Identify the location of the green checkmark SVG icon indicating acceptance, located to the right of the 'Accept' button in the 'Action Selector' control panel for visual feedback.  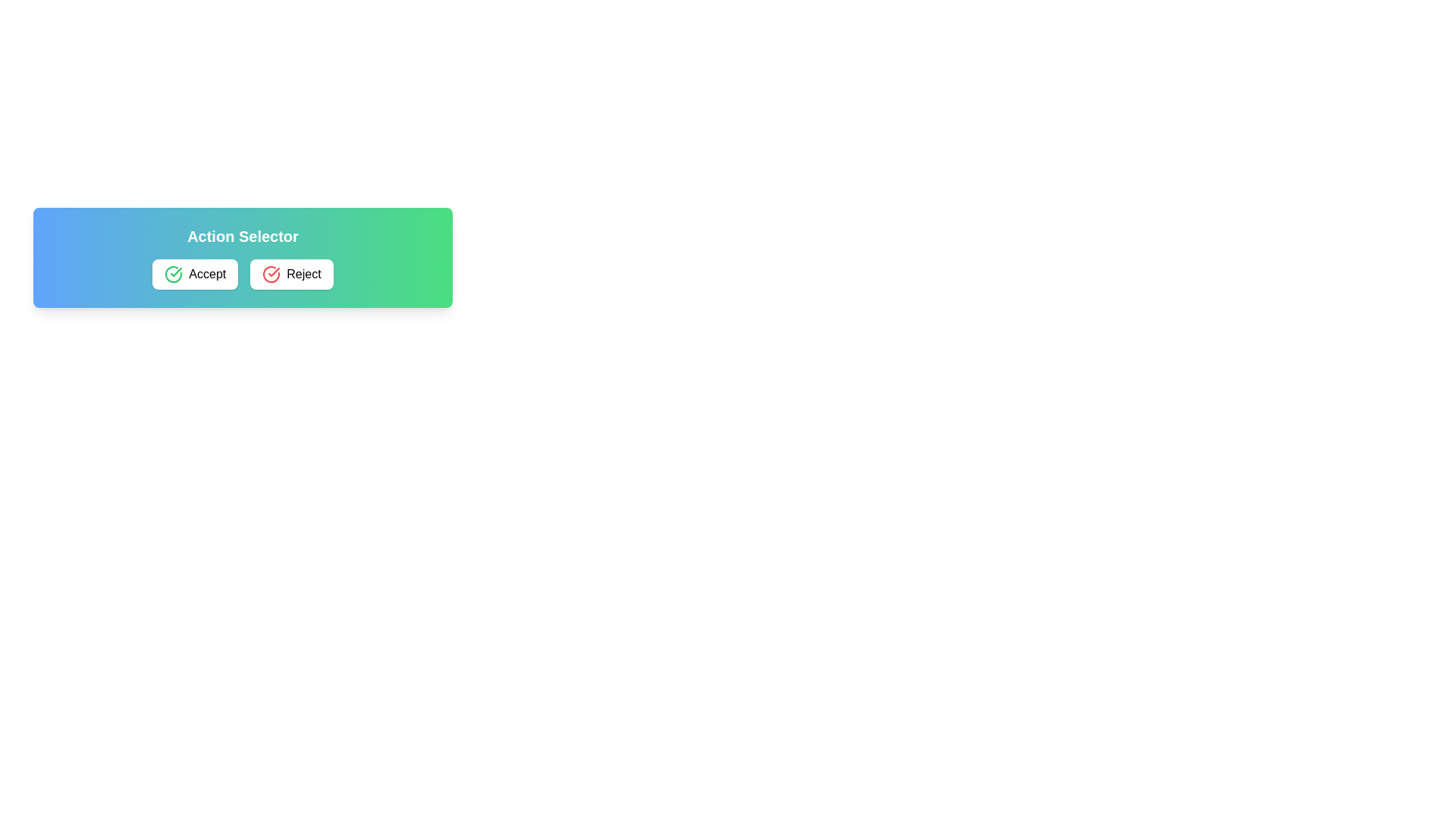
(176, 271).